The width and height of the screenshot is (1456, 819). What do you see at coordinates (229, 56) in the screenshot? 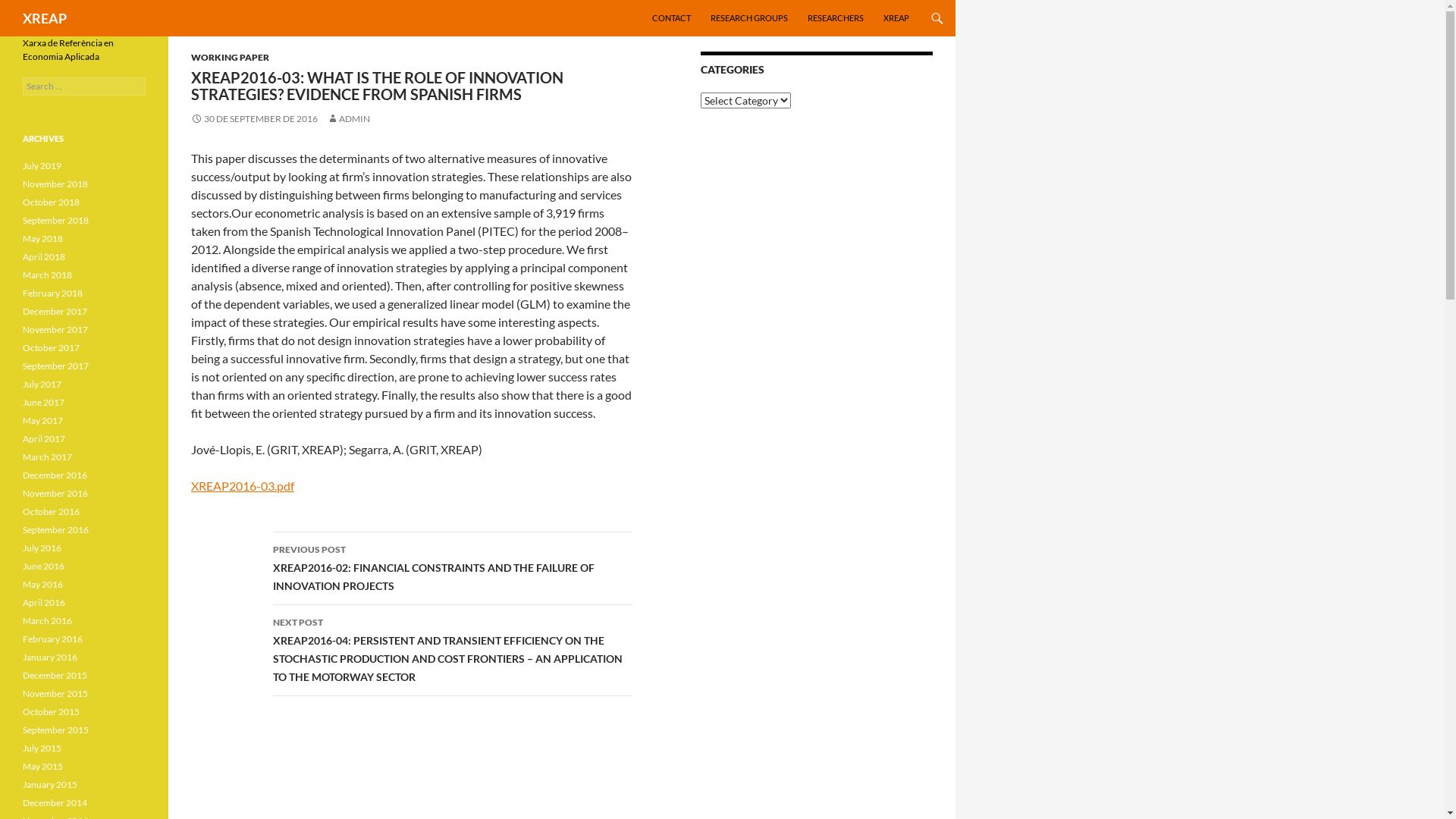
I see `'WORKING PAPER'` at bounding box center [229, 56].